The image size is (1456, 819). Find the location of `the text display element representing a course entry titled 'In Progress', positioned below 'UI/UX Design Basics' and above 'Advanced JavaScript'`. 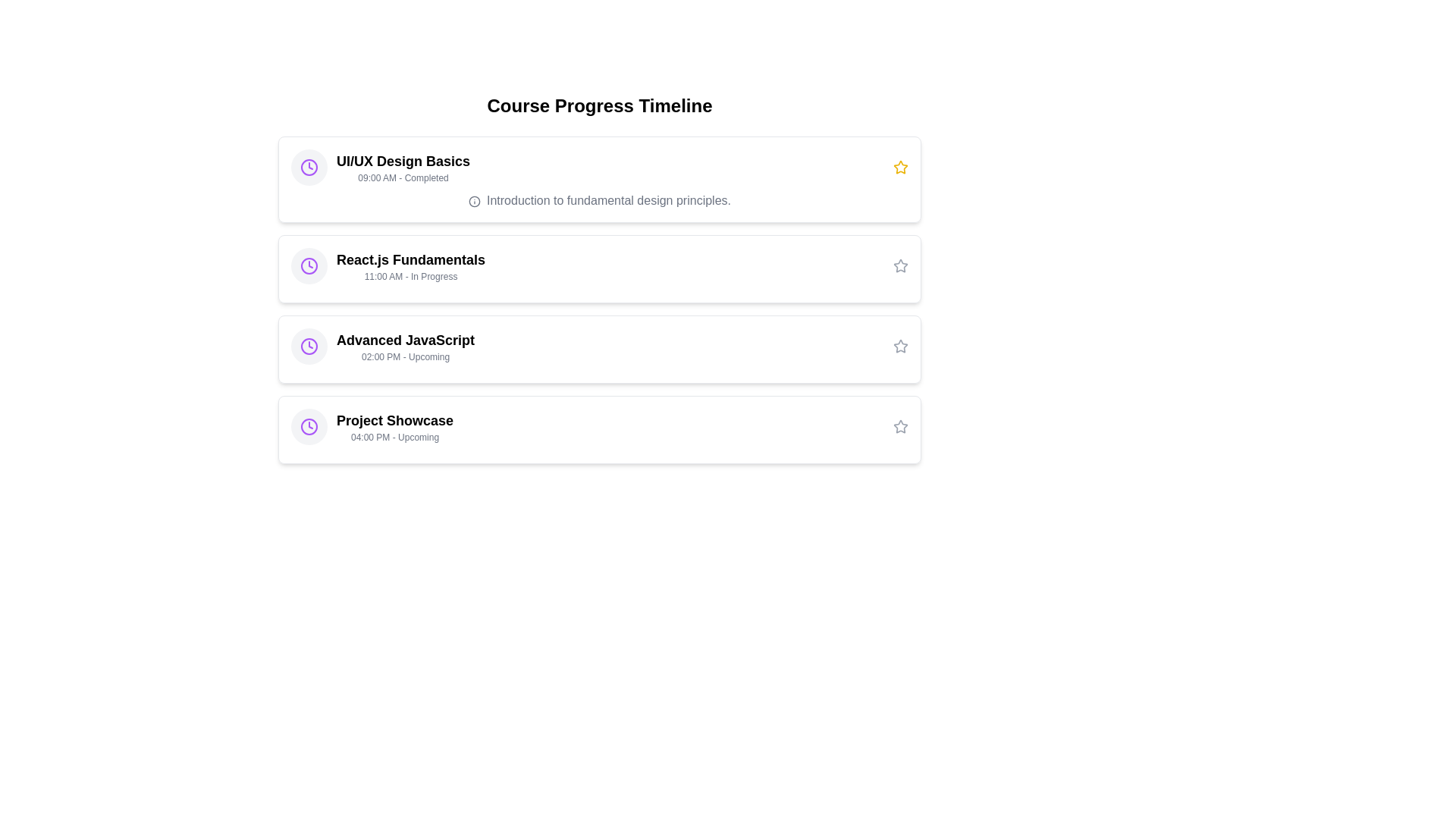

the text display element representing a course entry titled 'In Progress', positioned below 'UI/UX Design Basics' and above 'Advanced JavaScript' is located at coordinates (411, 265).